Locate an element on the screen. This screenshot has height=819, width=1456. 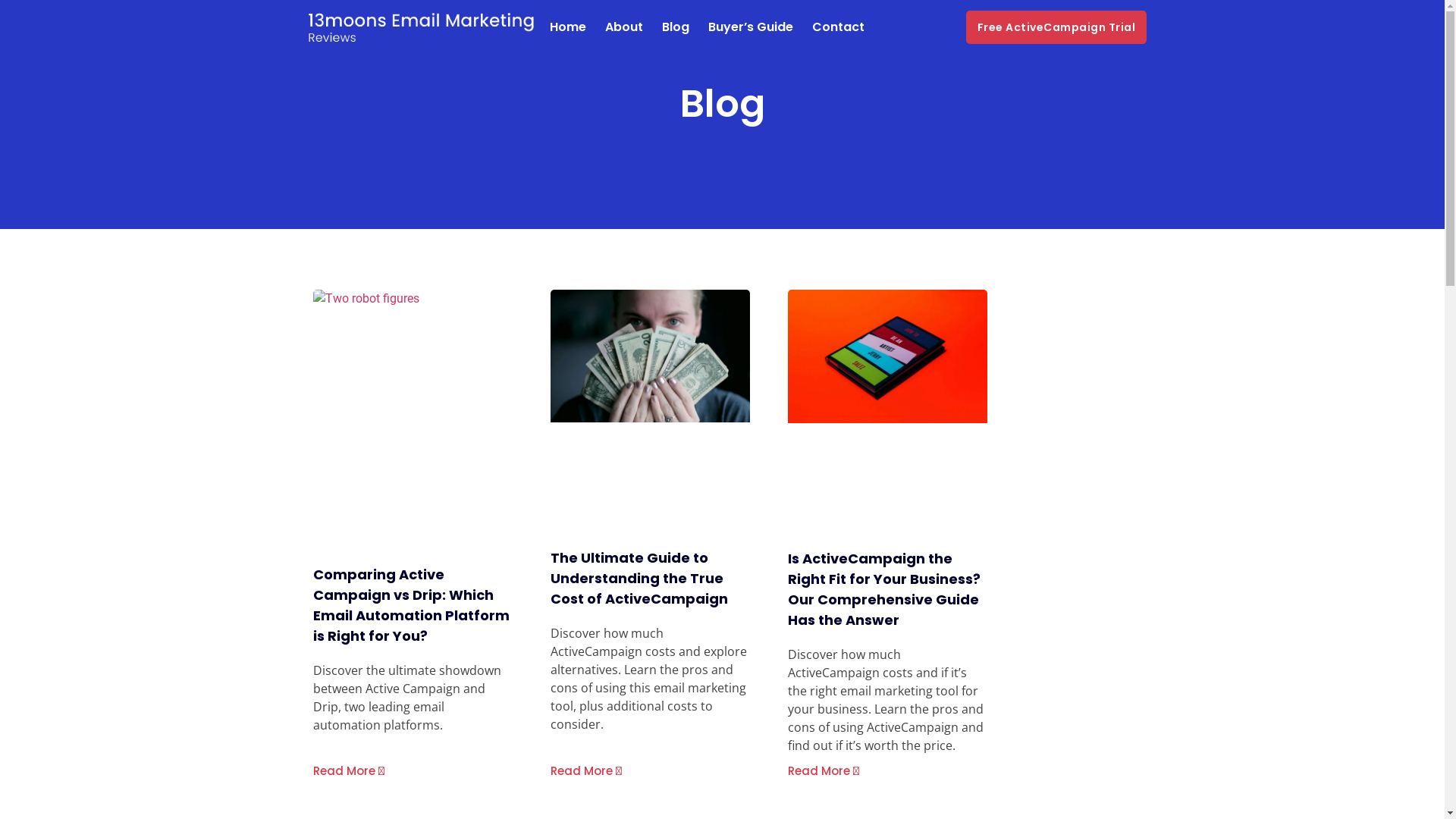
'Blog' is located at coordinates (661, 27).